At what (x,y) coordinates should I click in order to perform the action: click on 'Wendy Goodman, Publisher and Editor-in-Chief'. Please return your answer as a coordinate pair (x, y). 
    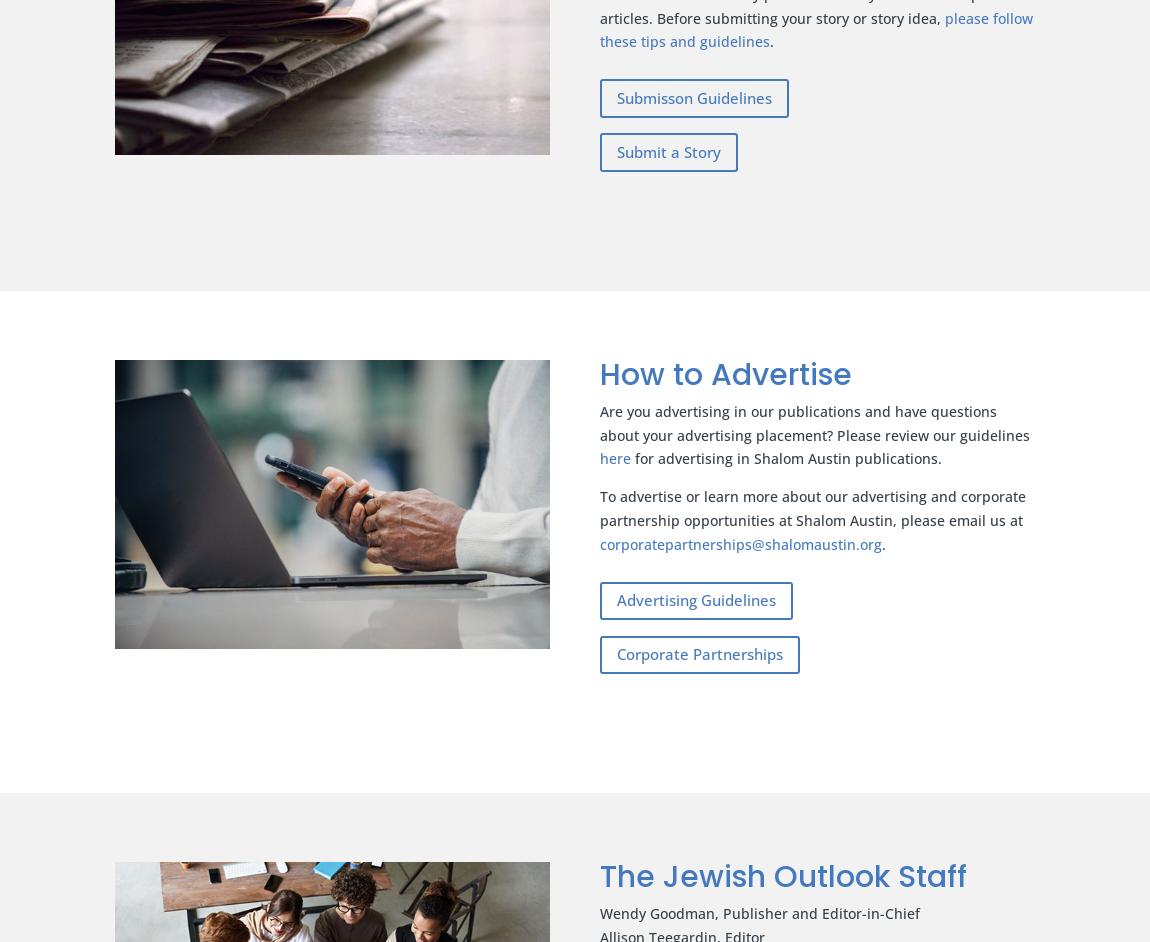
    Looking at the image, I should click on (759, 912).